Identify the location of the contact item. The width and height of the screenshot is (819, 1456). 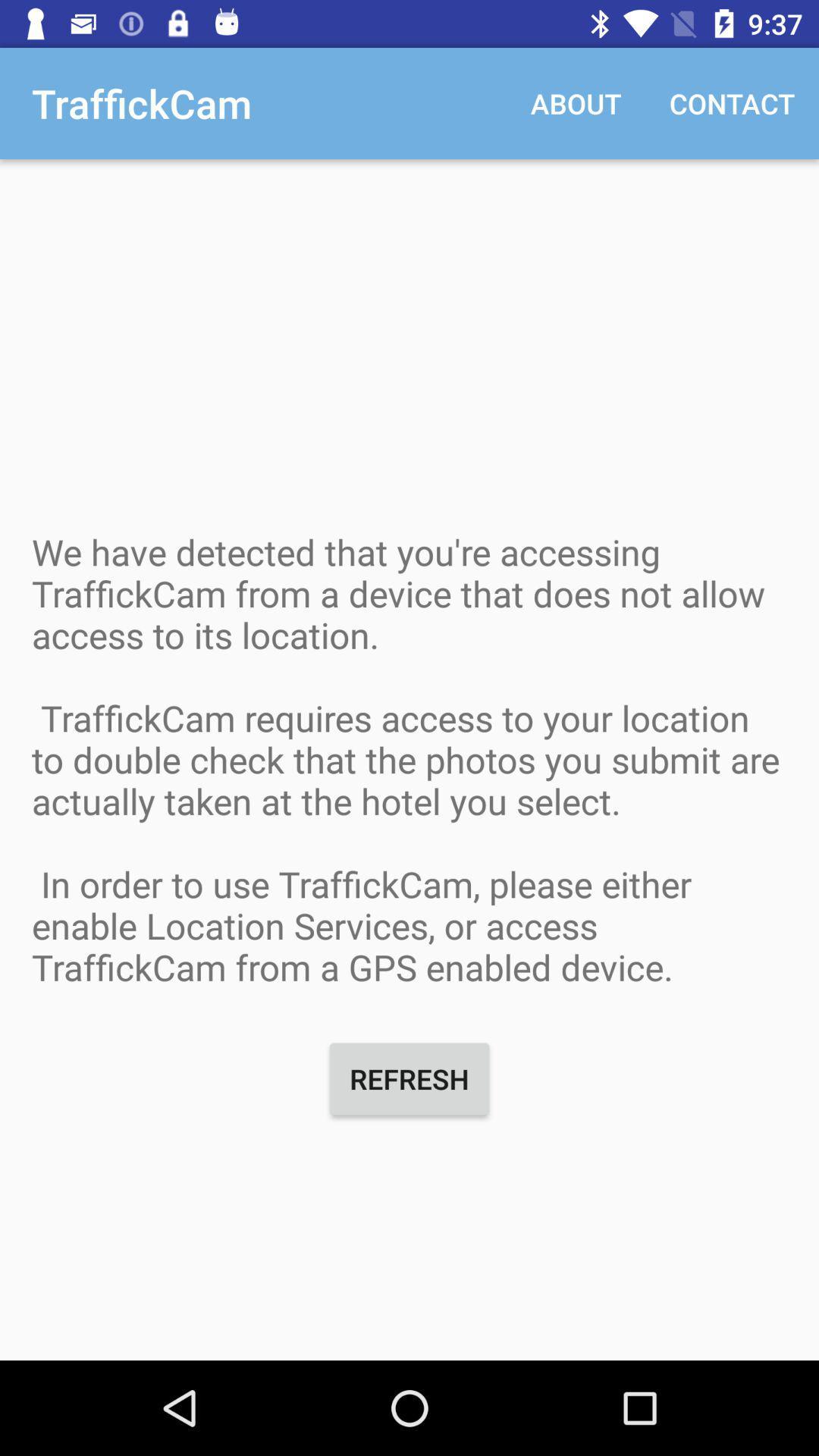
(731, 102).